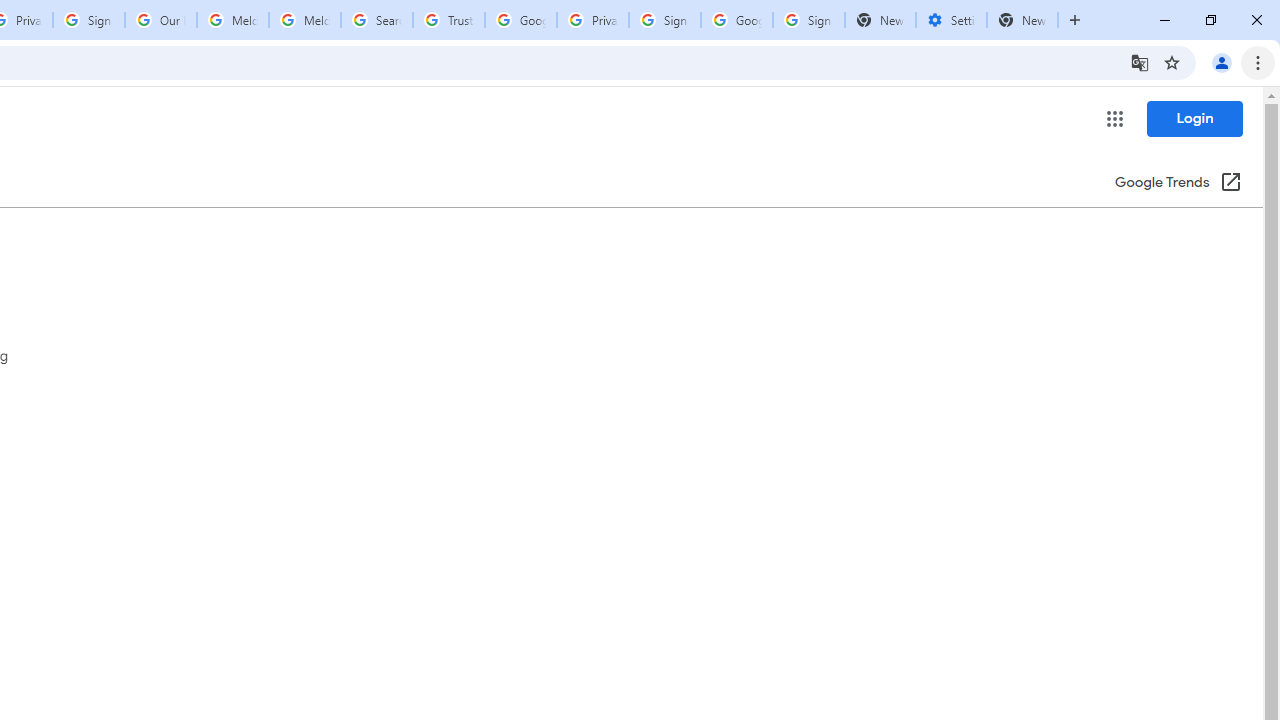 The image size is (1280, 720). Describe the element at coordinates (520, 20) in the screenshot. I see `'Google Ads - Sign in'` at that location.